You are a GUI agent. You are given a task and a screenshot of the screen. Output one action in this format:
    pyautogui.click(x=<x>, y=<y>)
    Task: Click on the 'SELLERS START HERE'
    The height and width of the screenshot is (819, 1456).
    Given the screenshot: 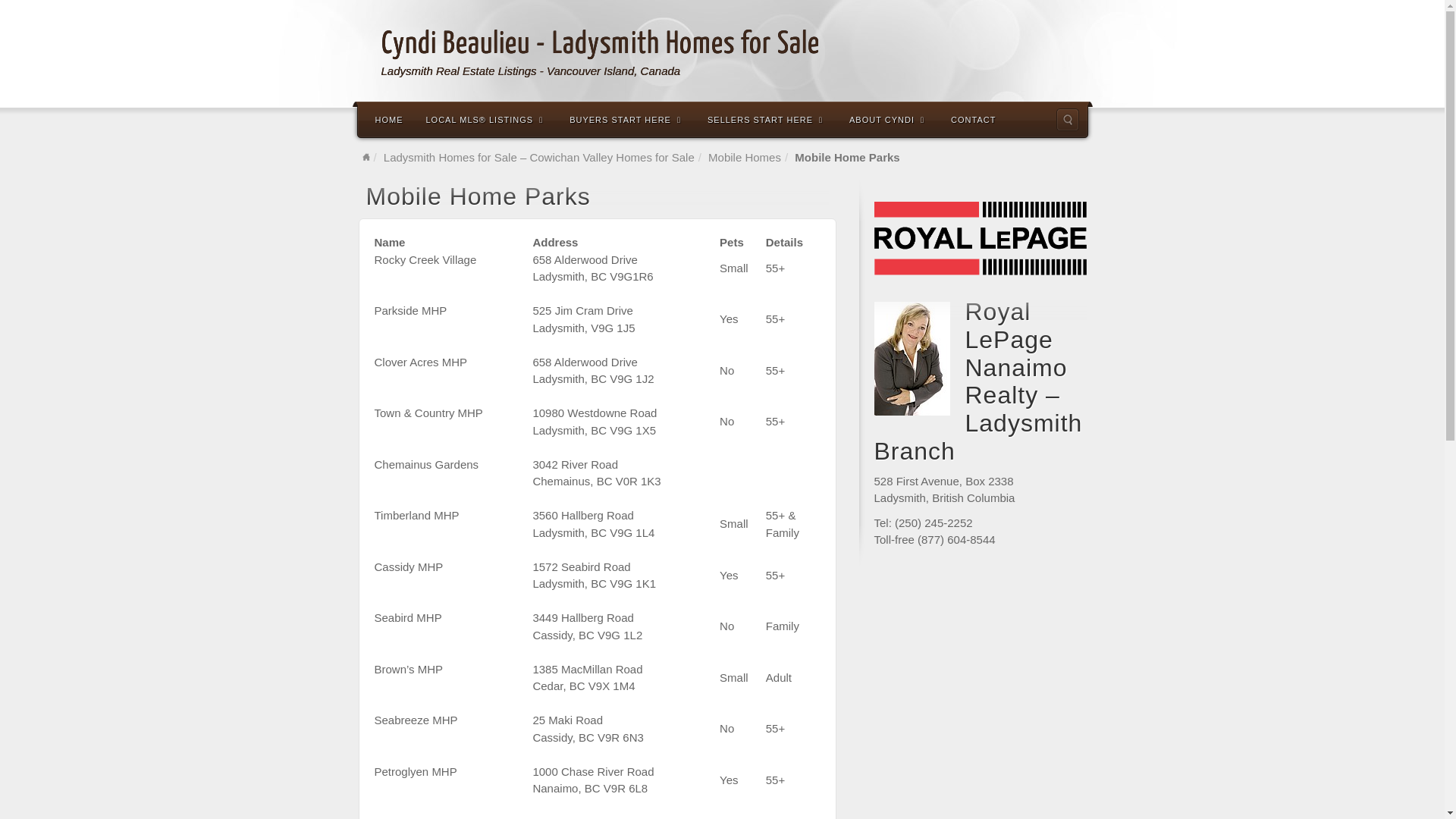 What is the action you would take?
    pyautogui.click(x=767, y=118)
    